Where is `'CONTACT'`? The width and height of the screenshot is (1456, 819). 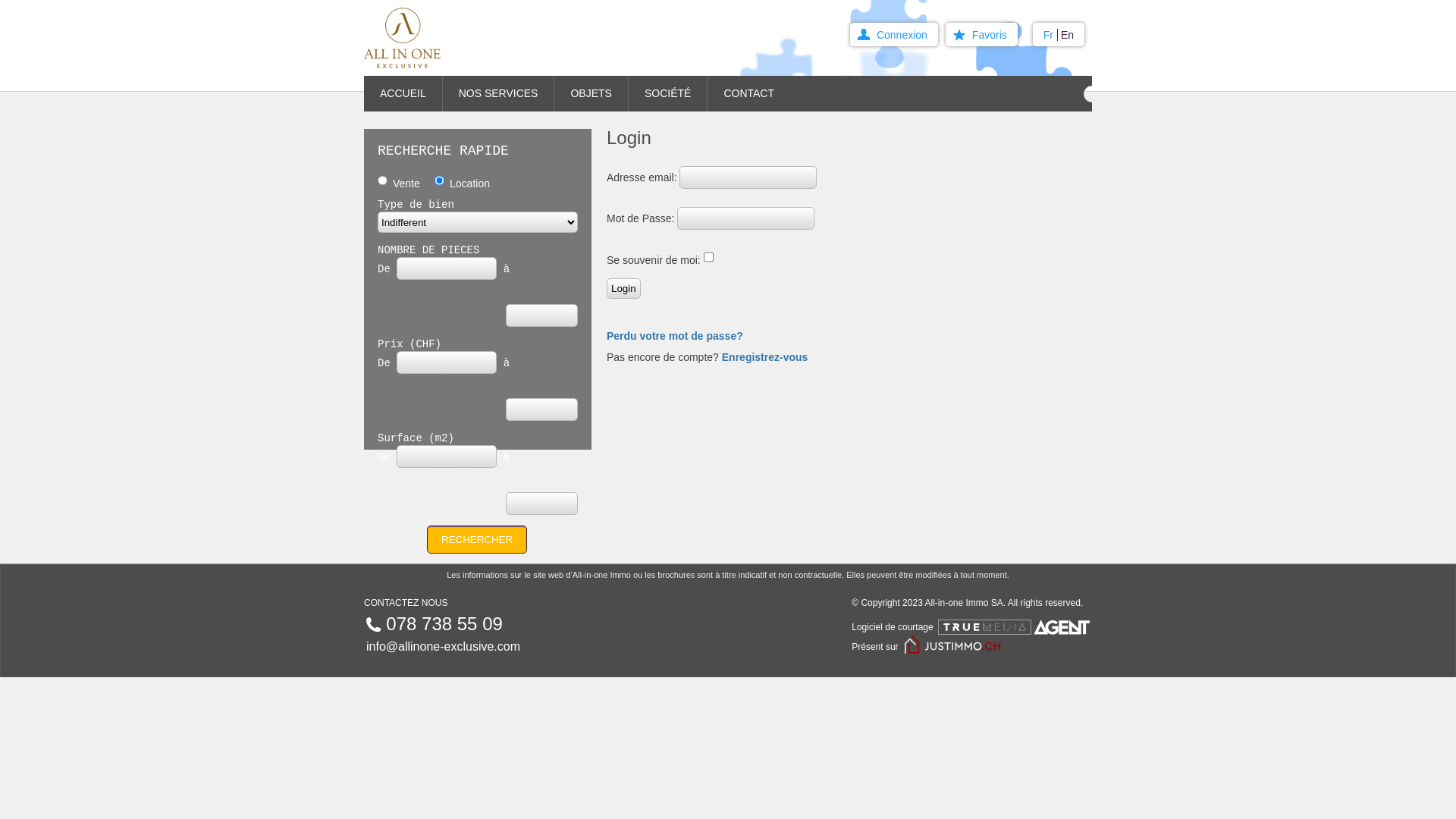
'CONTACT' is located at coordinates (756, 93).